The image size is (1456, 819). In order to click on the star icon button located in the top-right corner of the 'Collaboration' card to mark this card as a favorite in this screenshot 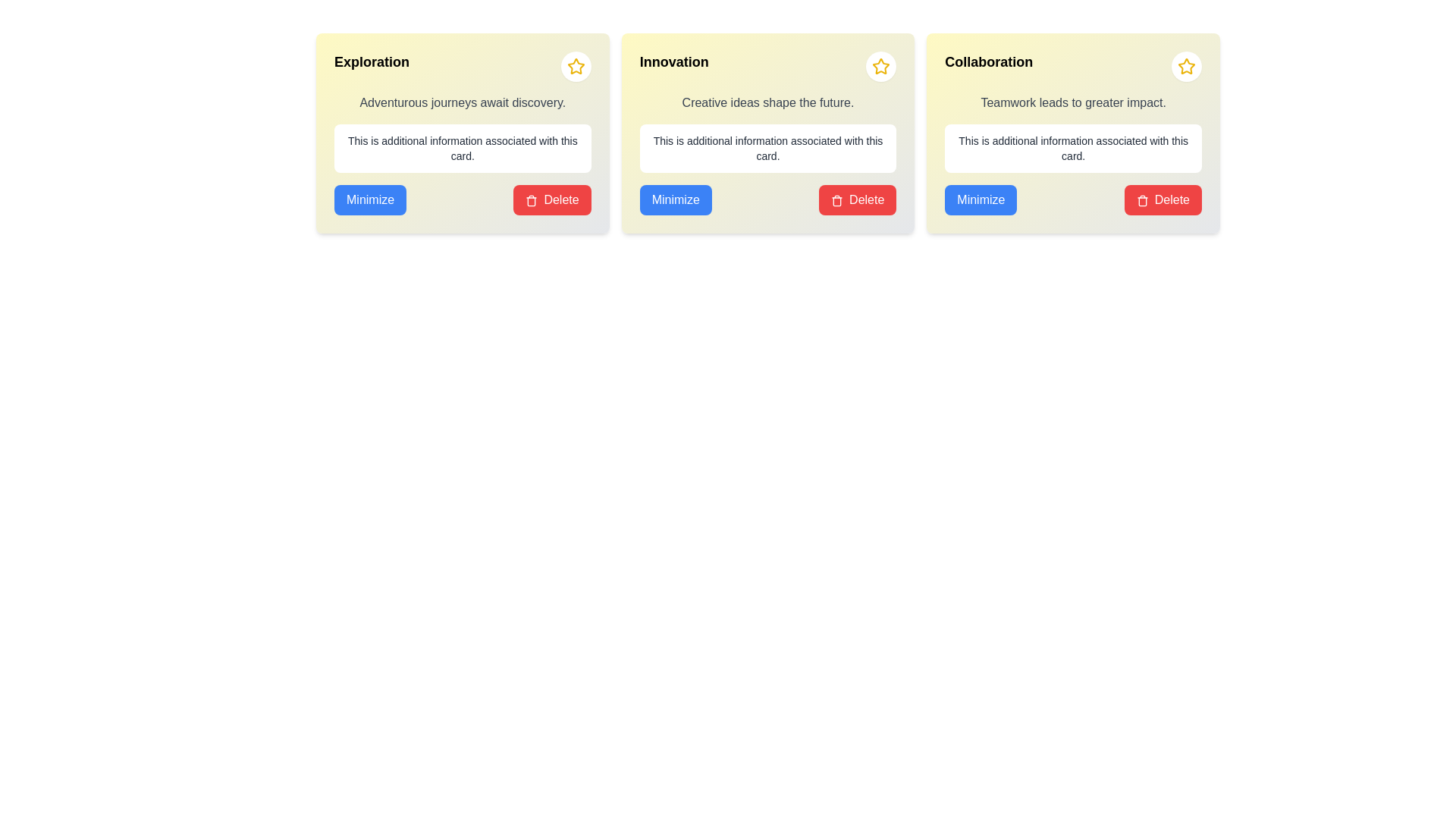, I will do `click(1185, 66)`.